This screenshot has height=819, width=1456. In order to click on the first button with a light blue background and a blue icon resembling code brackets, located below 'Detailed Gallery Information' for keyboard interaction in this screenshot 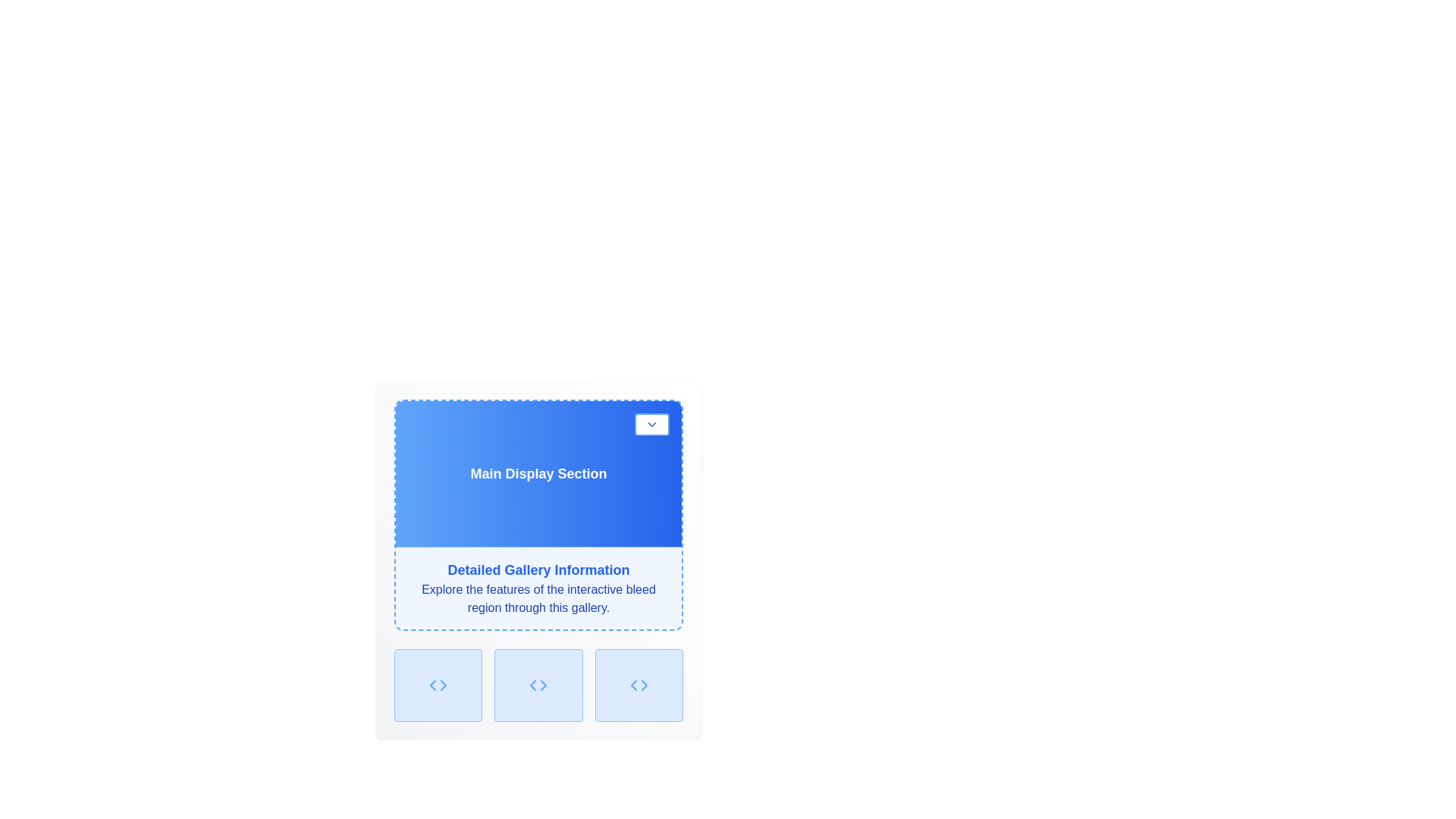, I will do `click(438, 685)`.